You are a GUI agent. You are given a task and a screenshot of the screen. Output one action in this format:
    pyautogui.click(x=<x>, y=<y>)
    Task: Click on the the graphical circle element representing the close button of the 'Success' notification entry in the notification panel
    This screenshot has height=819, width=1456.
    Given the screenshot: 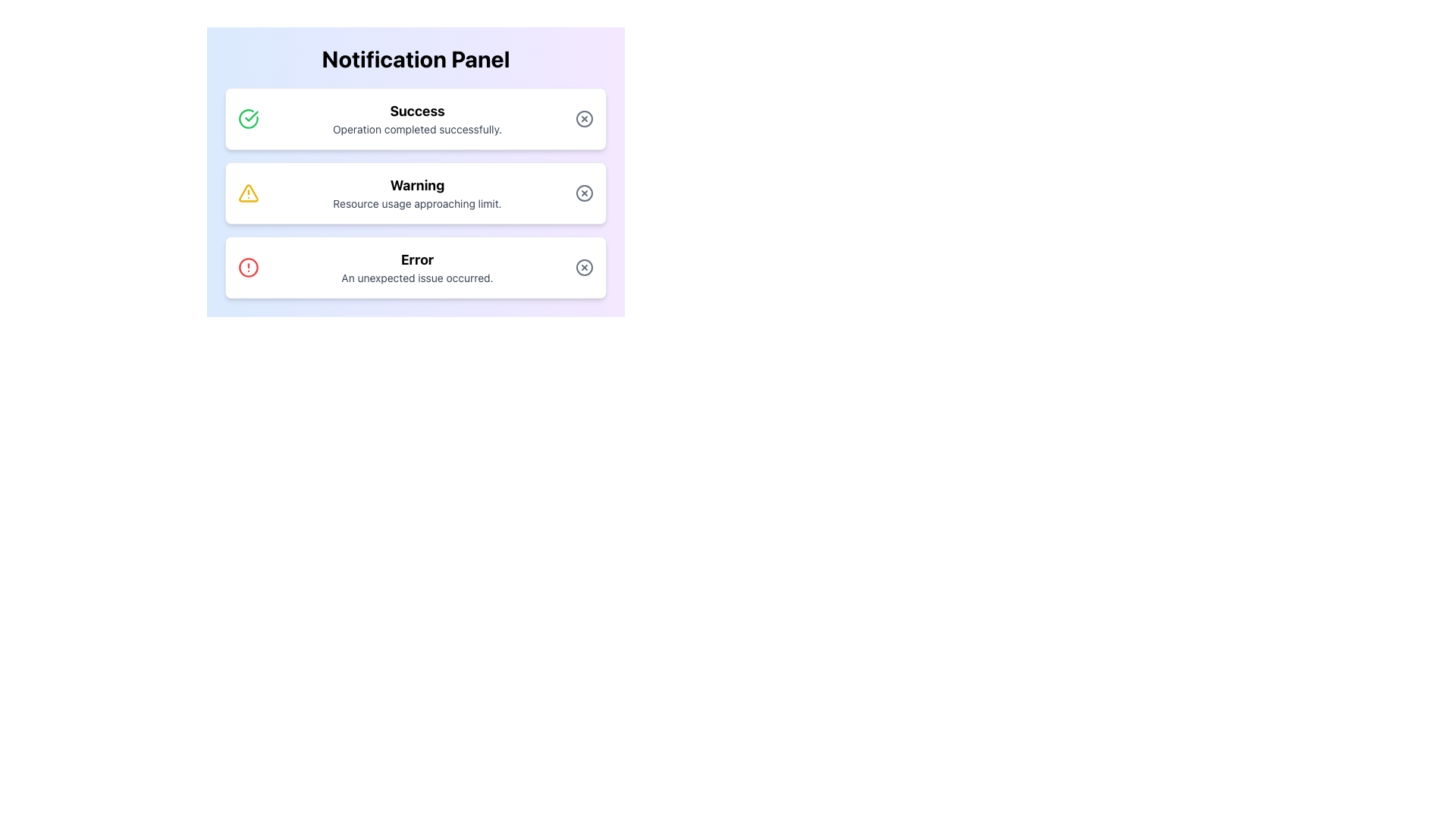 What is the action you would take?
    pyautogui.click(x=584, y=118)
    